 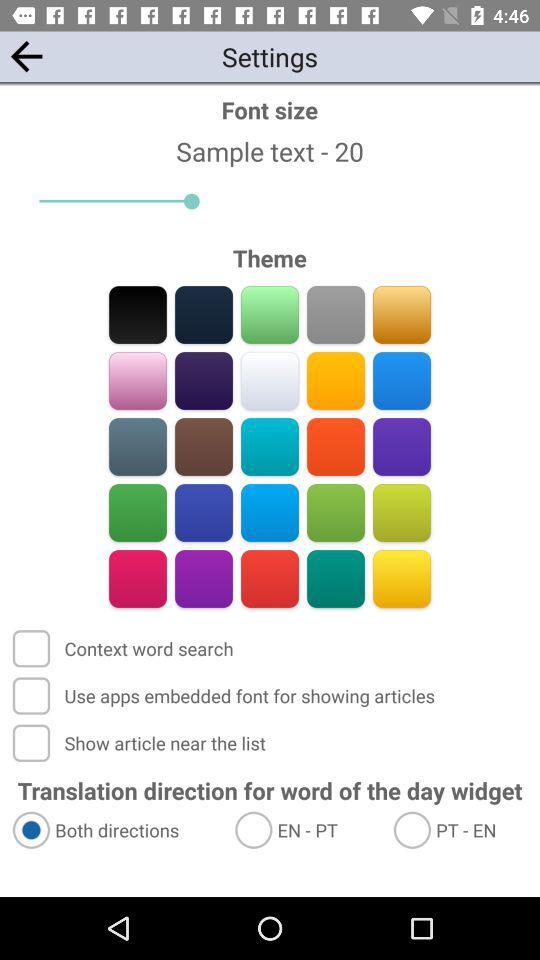 What do you see at coordinates (140, 742) in the screenshot?
I see `the item below use apps embedded checkbox` at bounding box center [140, 742].